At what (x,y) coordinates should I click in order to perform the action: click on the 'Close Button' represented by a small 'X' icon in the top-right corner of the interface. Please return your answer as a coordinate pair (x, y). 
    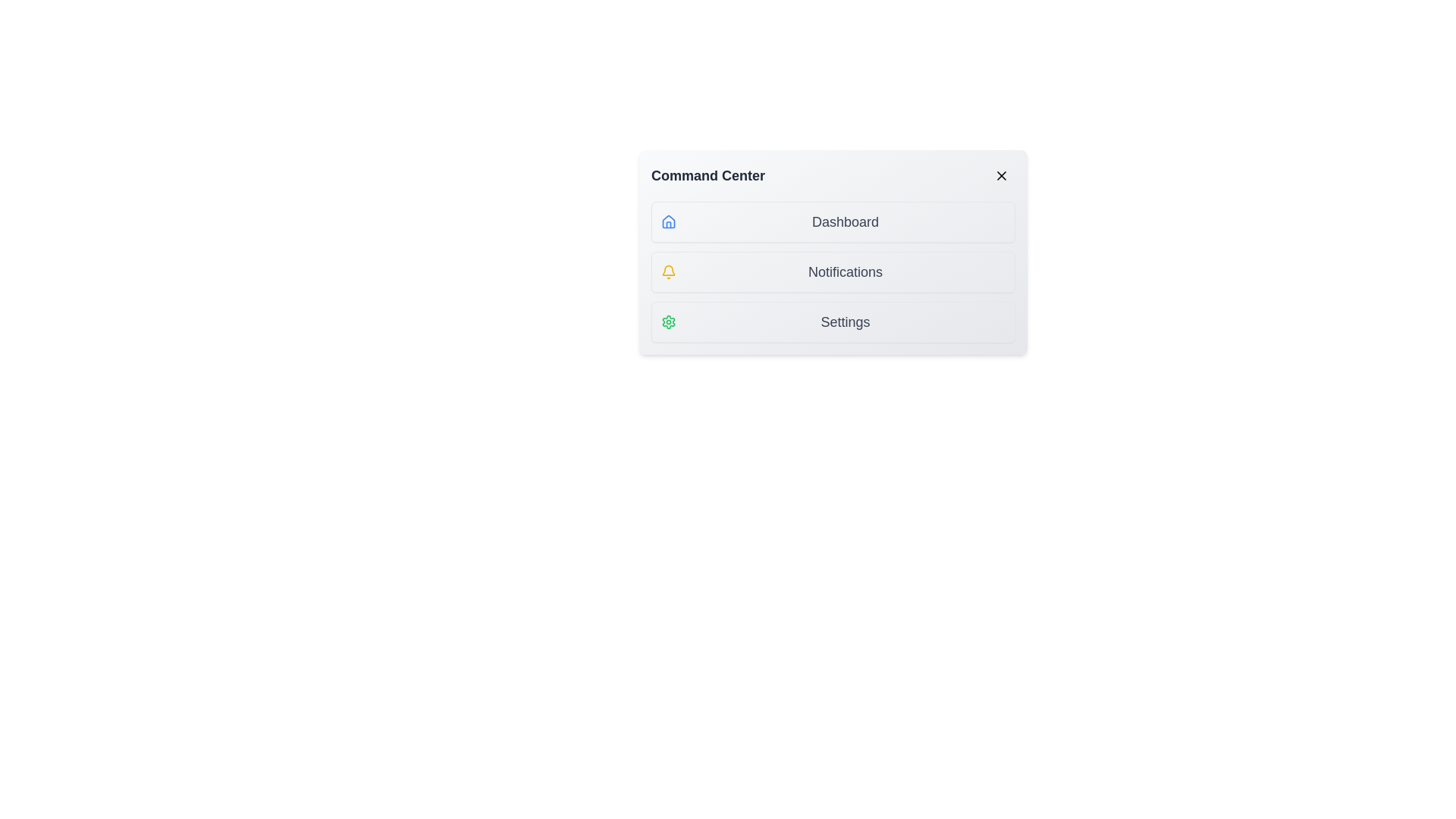
    Looking at the image, I should click on (1001, 174).